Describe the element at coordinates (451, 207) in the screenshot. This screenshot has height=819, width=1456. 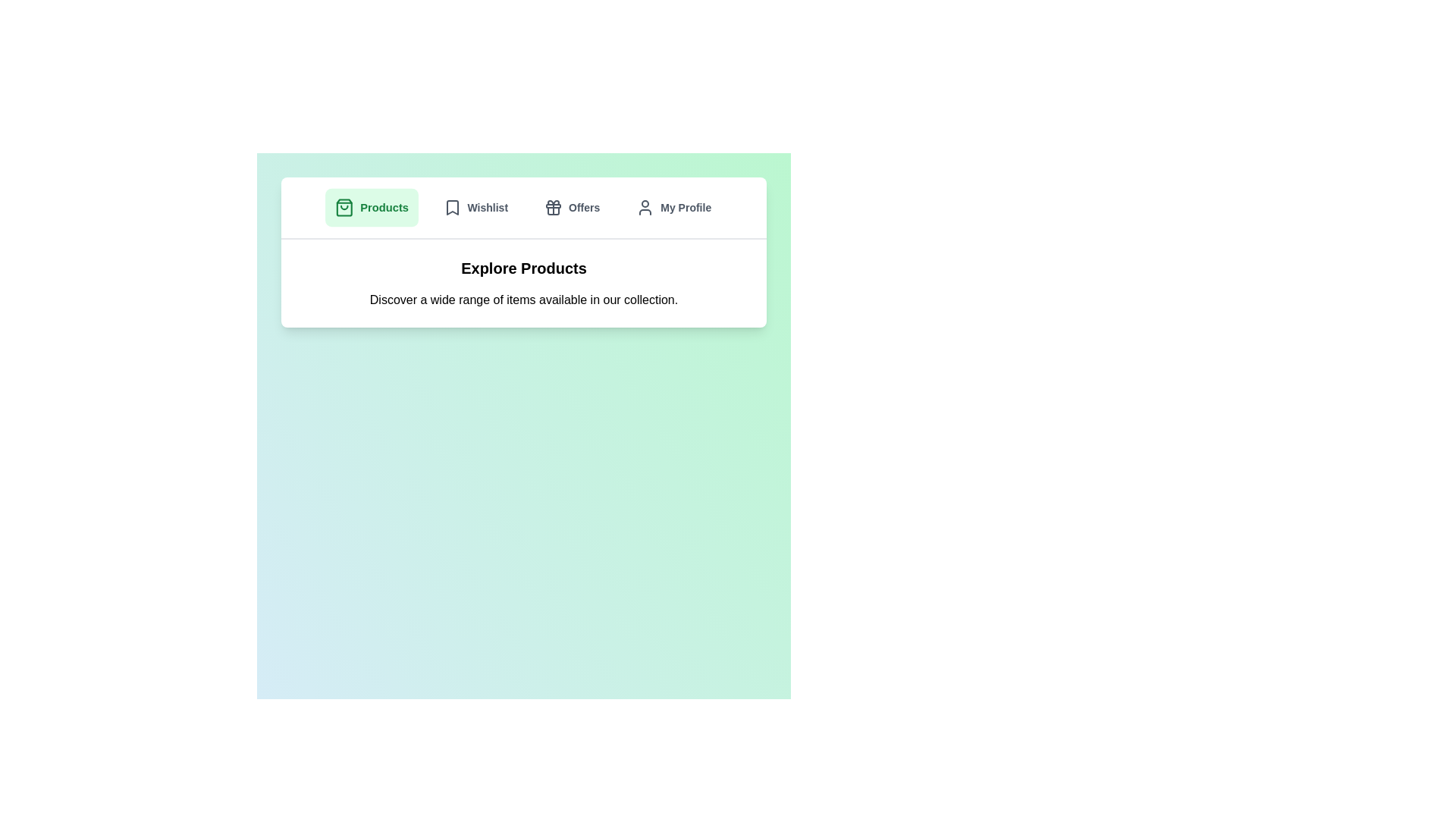
I see `the gray bookmark-shaped icon located inside the 'Wishlist' button in the navigation bar` at that location.